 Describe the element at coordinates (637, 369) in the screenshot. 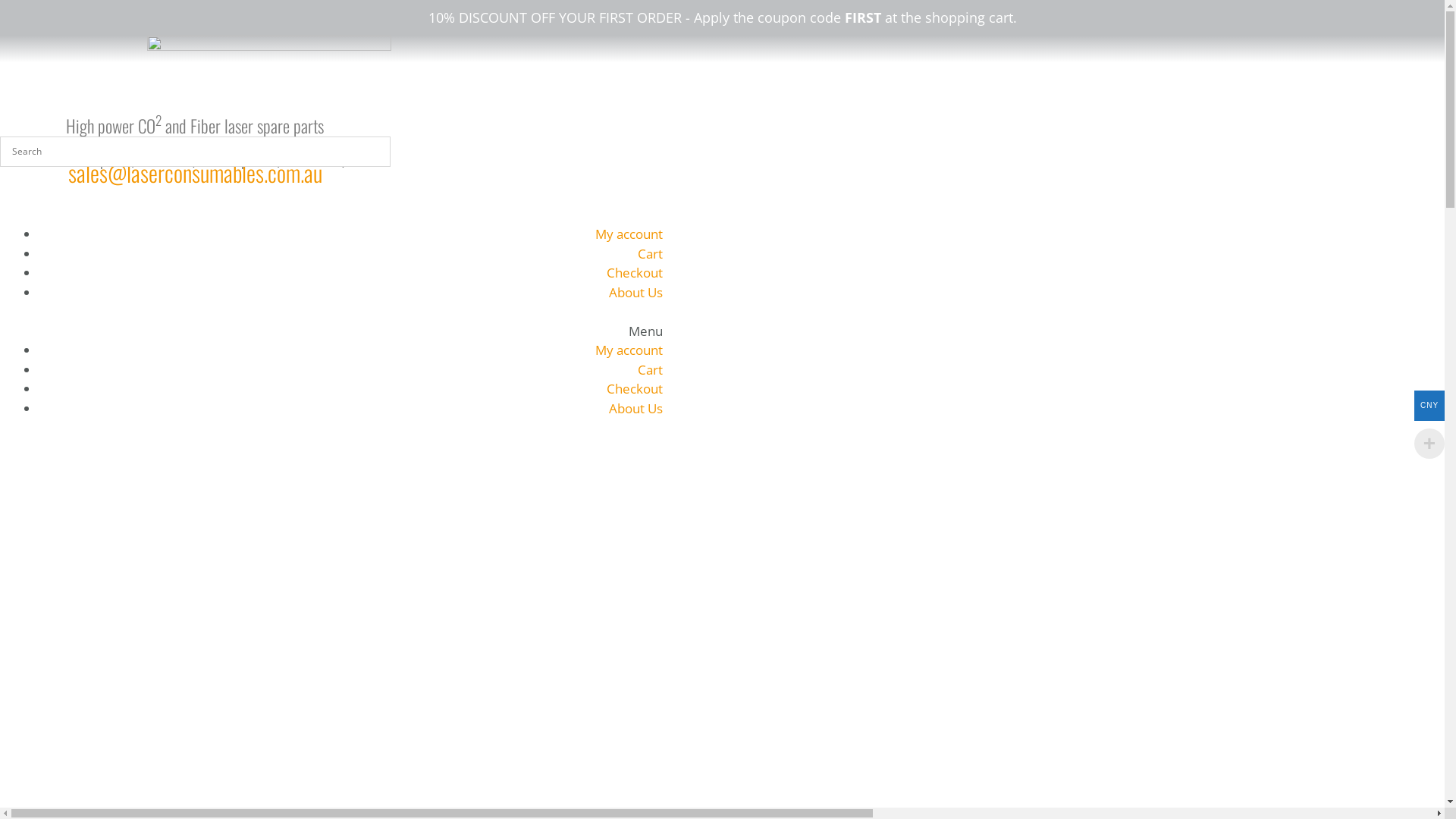

I see `'Cart'` at that location.